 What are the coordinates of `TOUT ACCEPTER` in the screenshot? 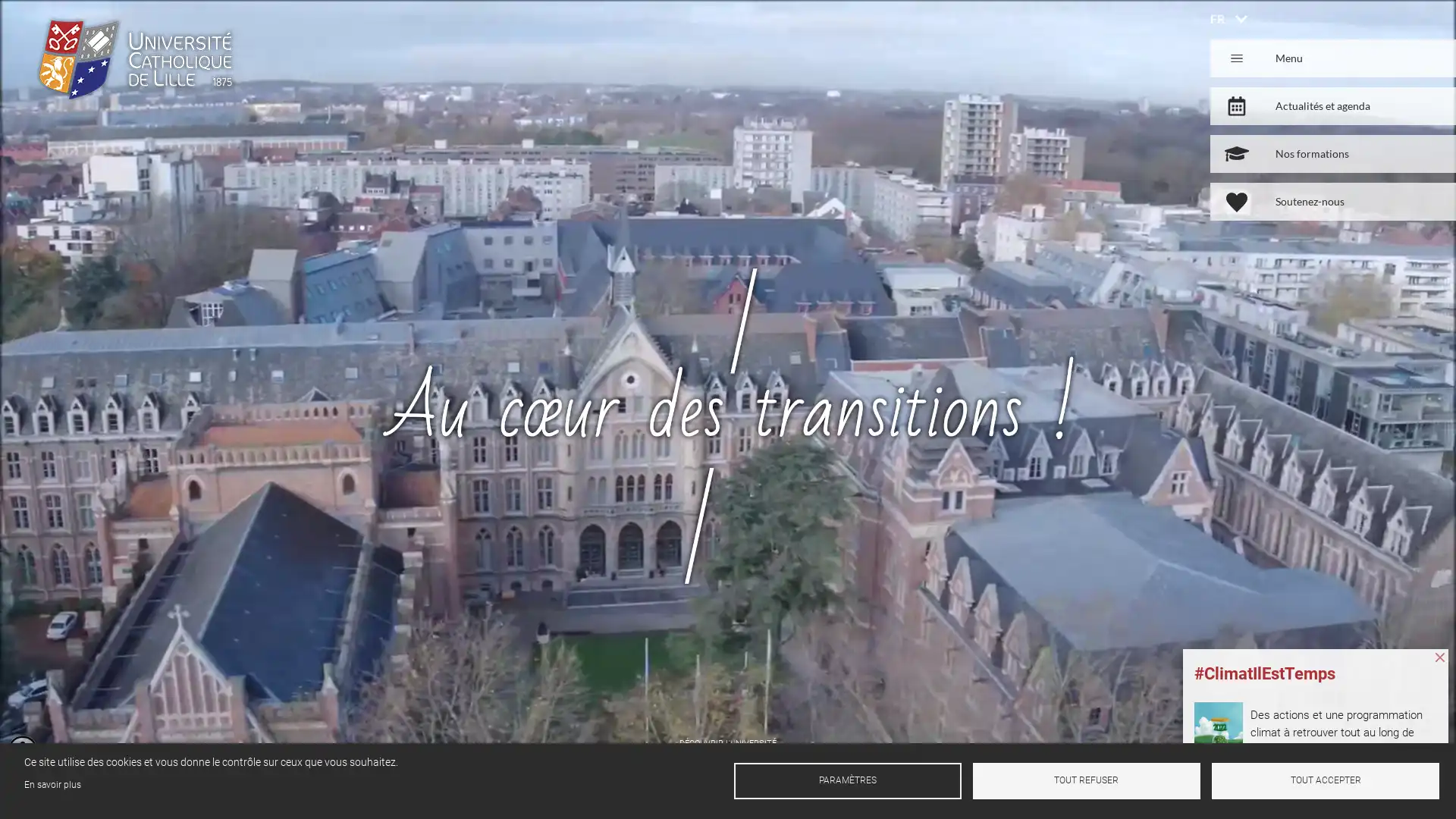 It's located at (1324, 780).